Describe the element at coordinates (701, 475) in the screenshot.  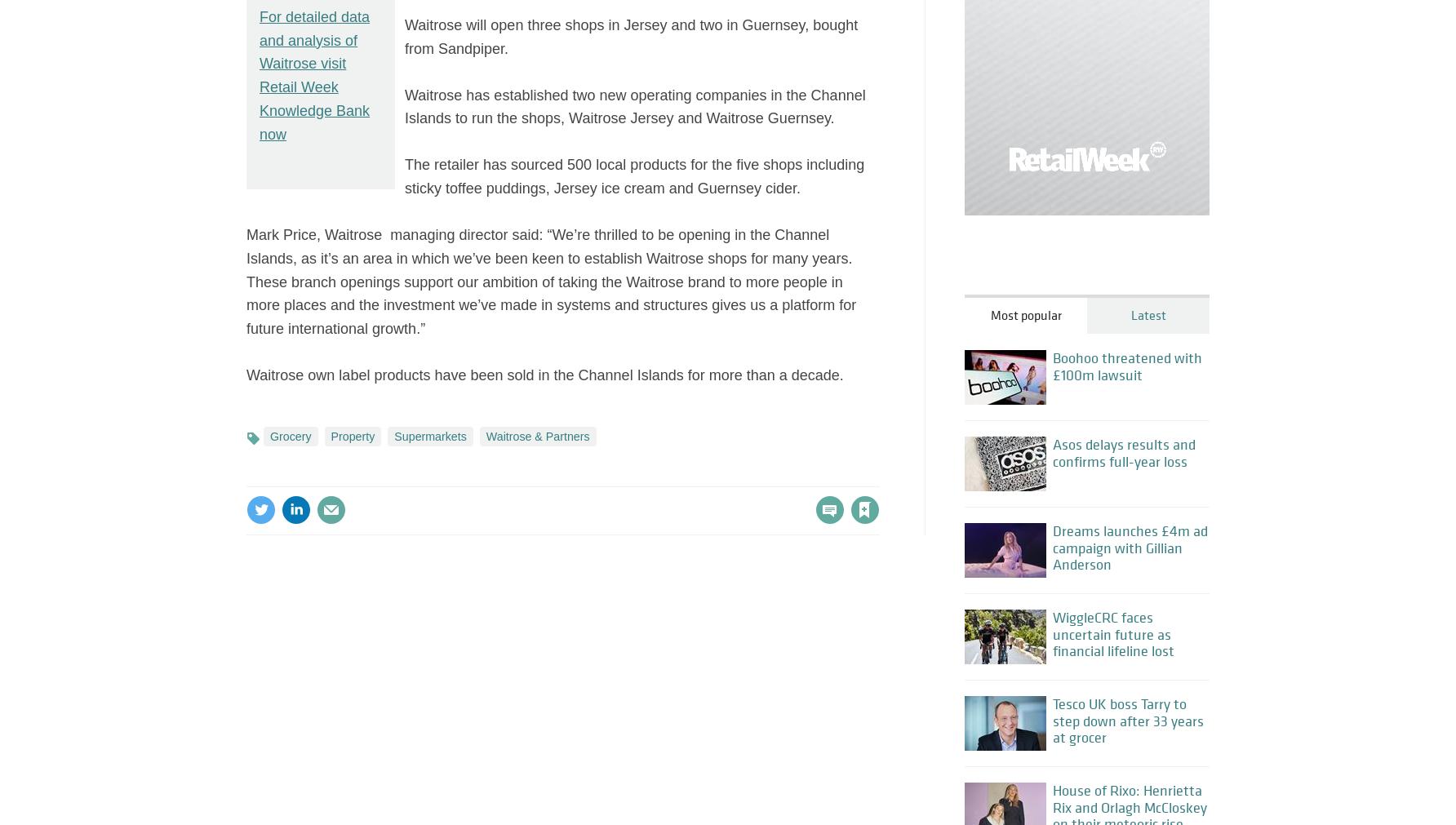
I see `'to your account to use this feature'` at that location.